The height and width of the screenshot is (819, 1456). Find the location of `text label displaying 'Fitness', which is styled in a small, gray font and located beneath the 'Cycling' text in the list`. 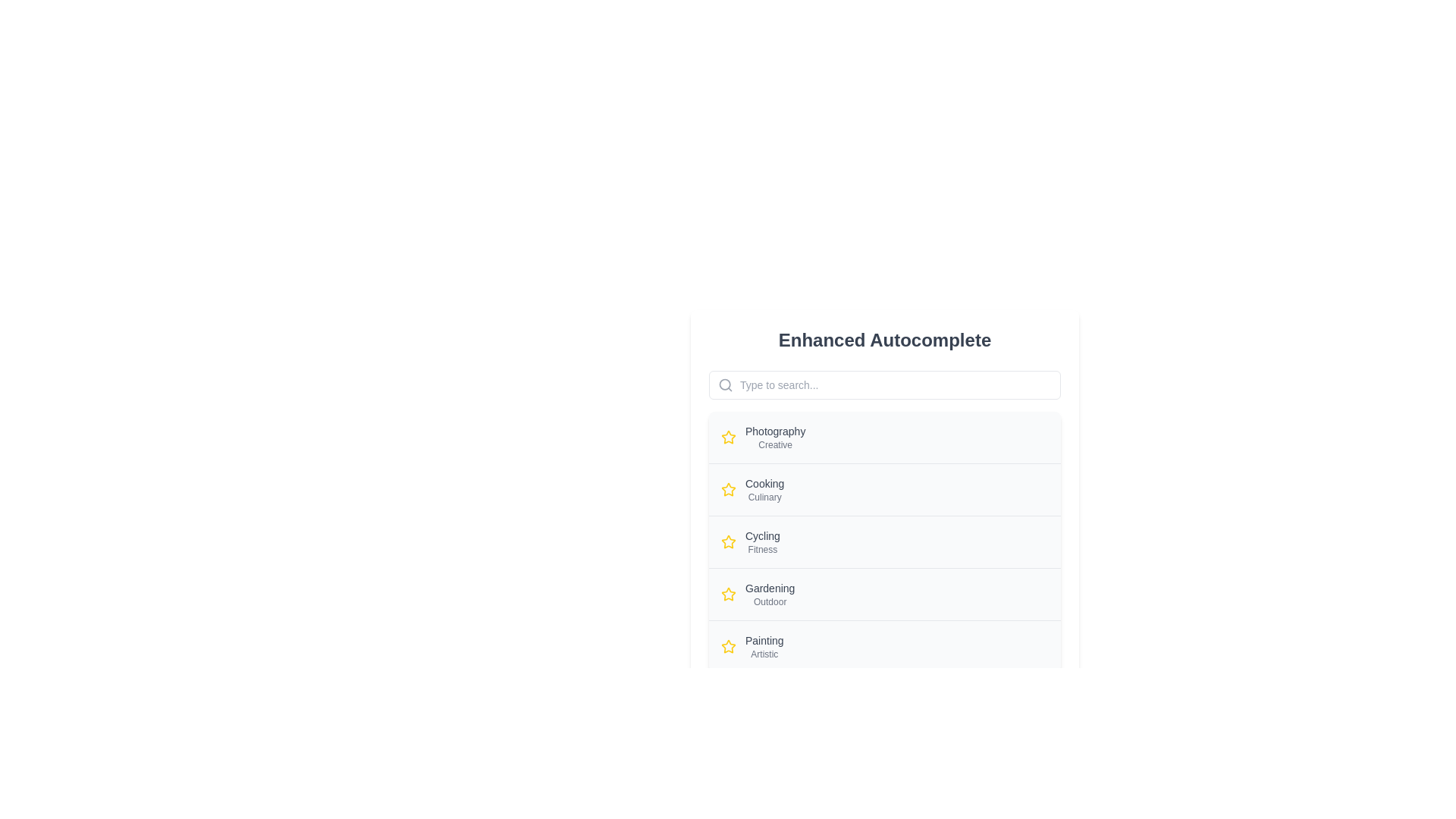

text label displaying 'Fitness', which is styled in a small, gray font and located beneath the 'Cycling' text in the list is located at coordinates (762, 550).